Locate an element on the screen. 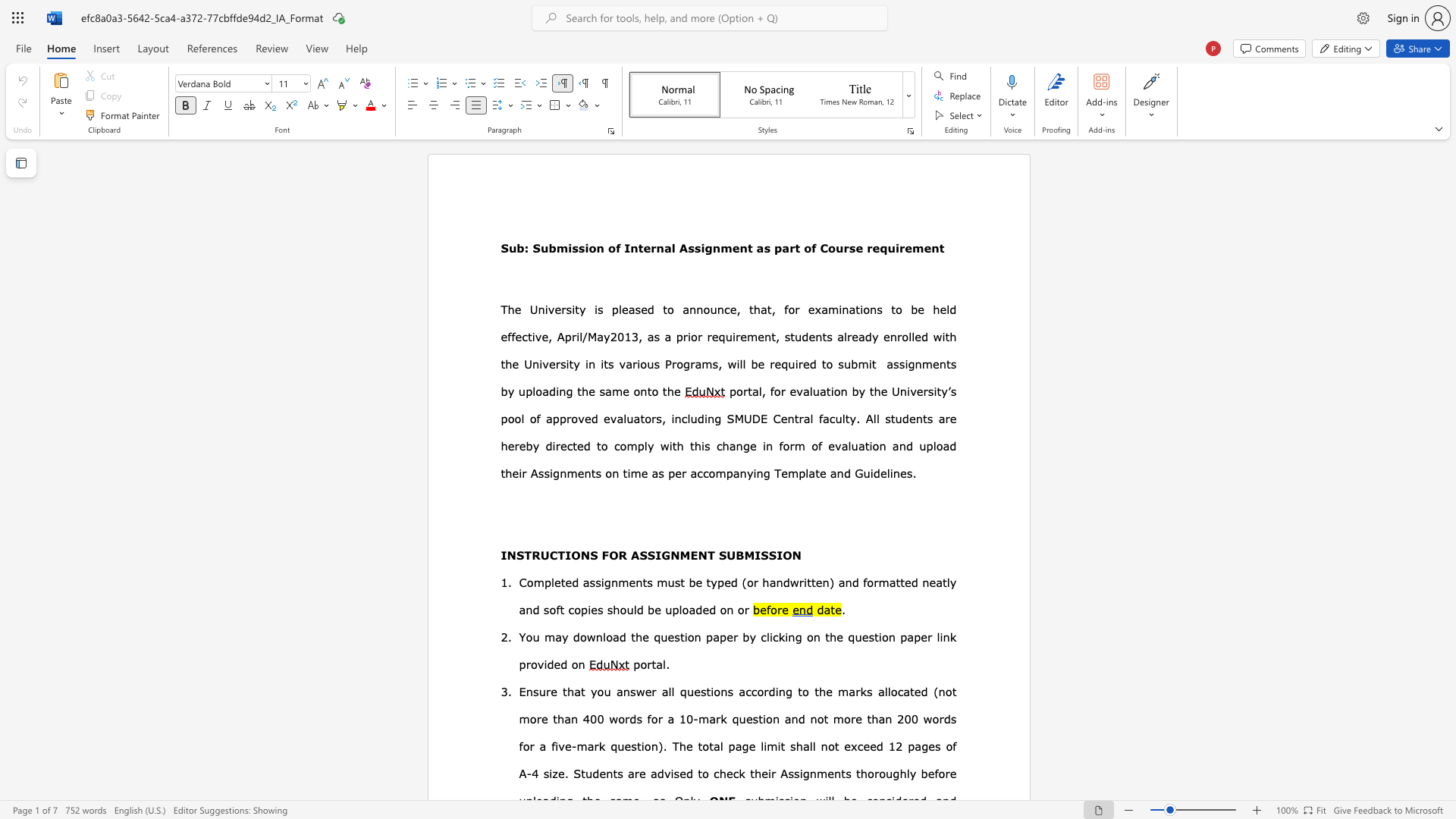  the subset text "ENT SUBMISSION" within the text "INSTRUCTIONS FOR ASSIGNMENT SUBMISSION" is located at coordinates (689, 555).